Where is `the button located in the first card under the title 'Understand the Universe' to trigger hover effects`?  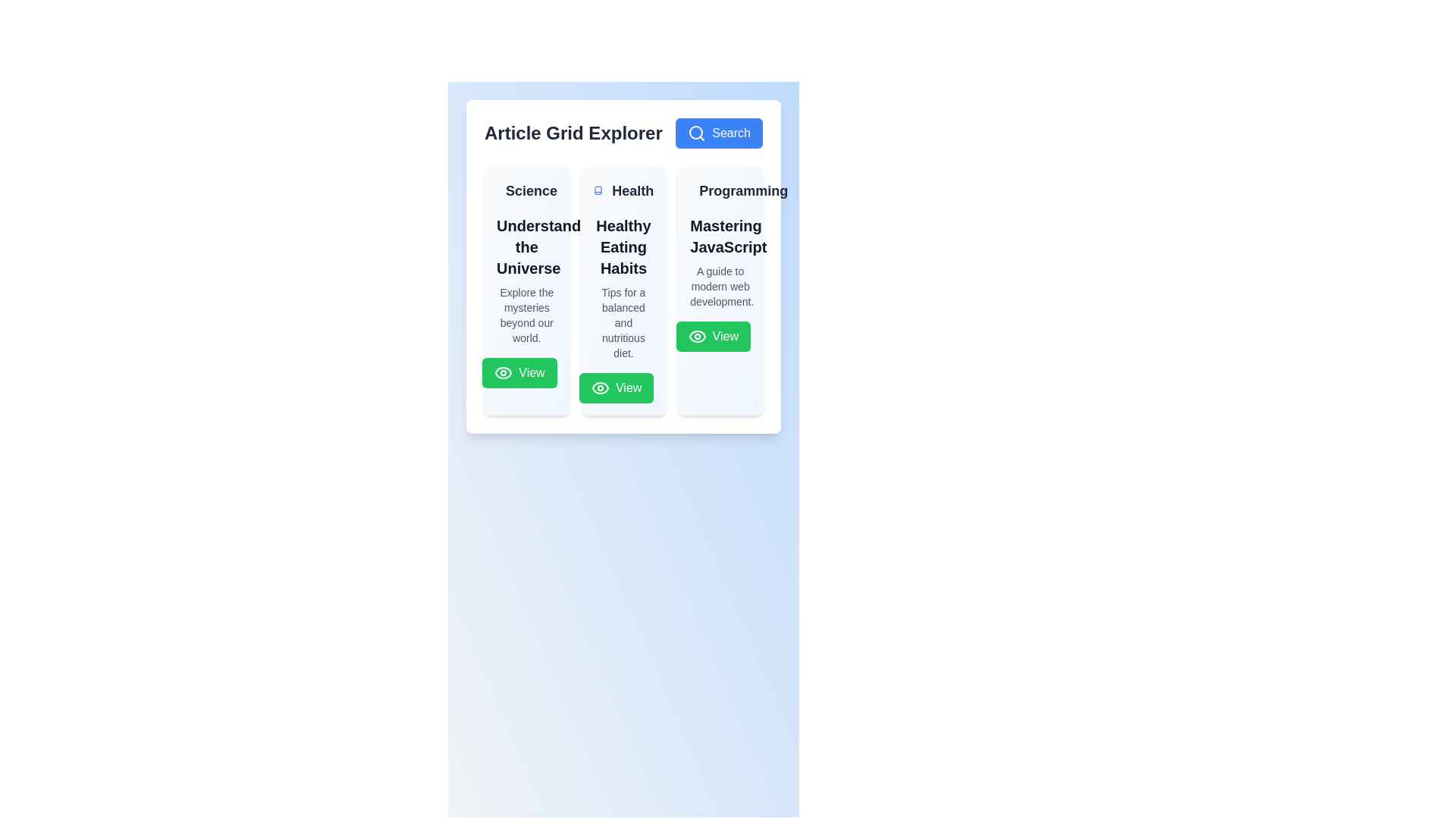 the button located in the first card under the title 'Understand the Universe' to trigger hover effects is located at coordinates (519, 373).